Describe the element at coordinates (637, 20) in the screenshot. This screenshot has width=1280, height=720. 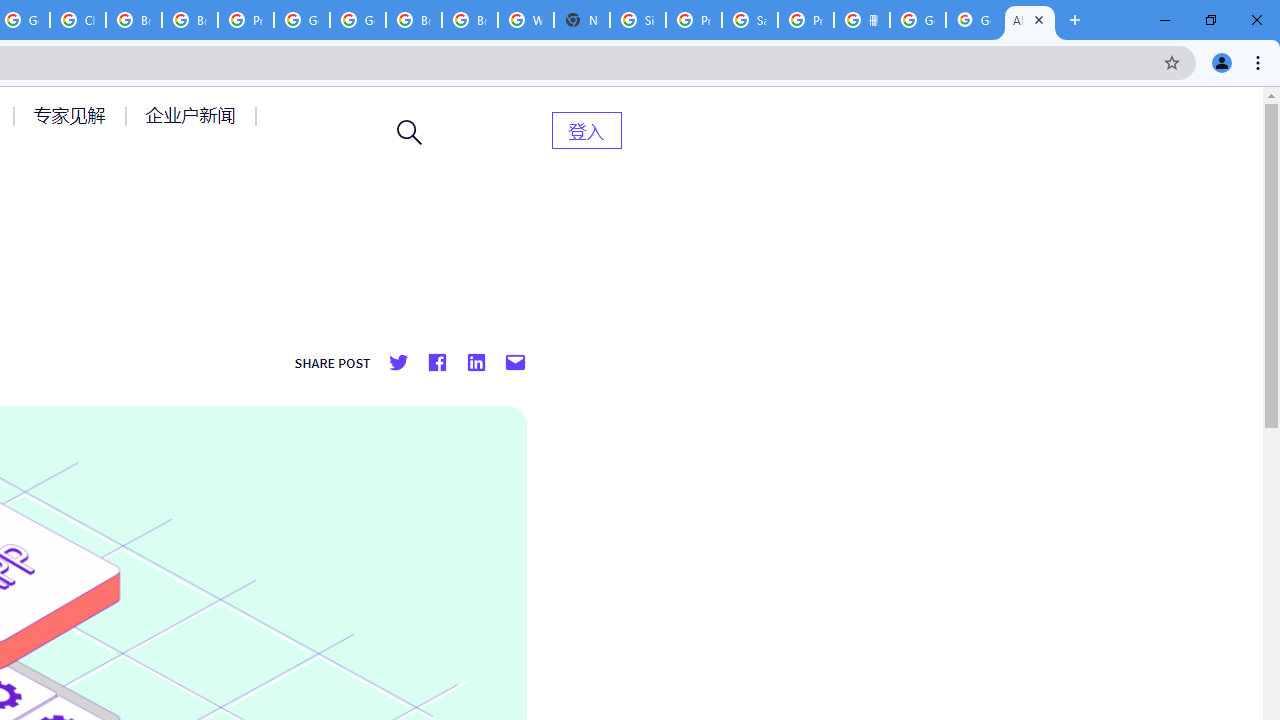
I see `'Sign in - Google Accounts'` at that location.